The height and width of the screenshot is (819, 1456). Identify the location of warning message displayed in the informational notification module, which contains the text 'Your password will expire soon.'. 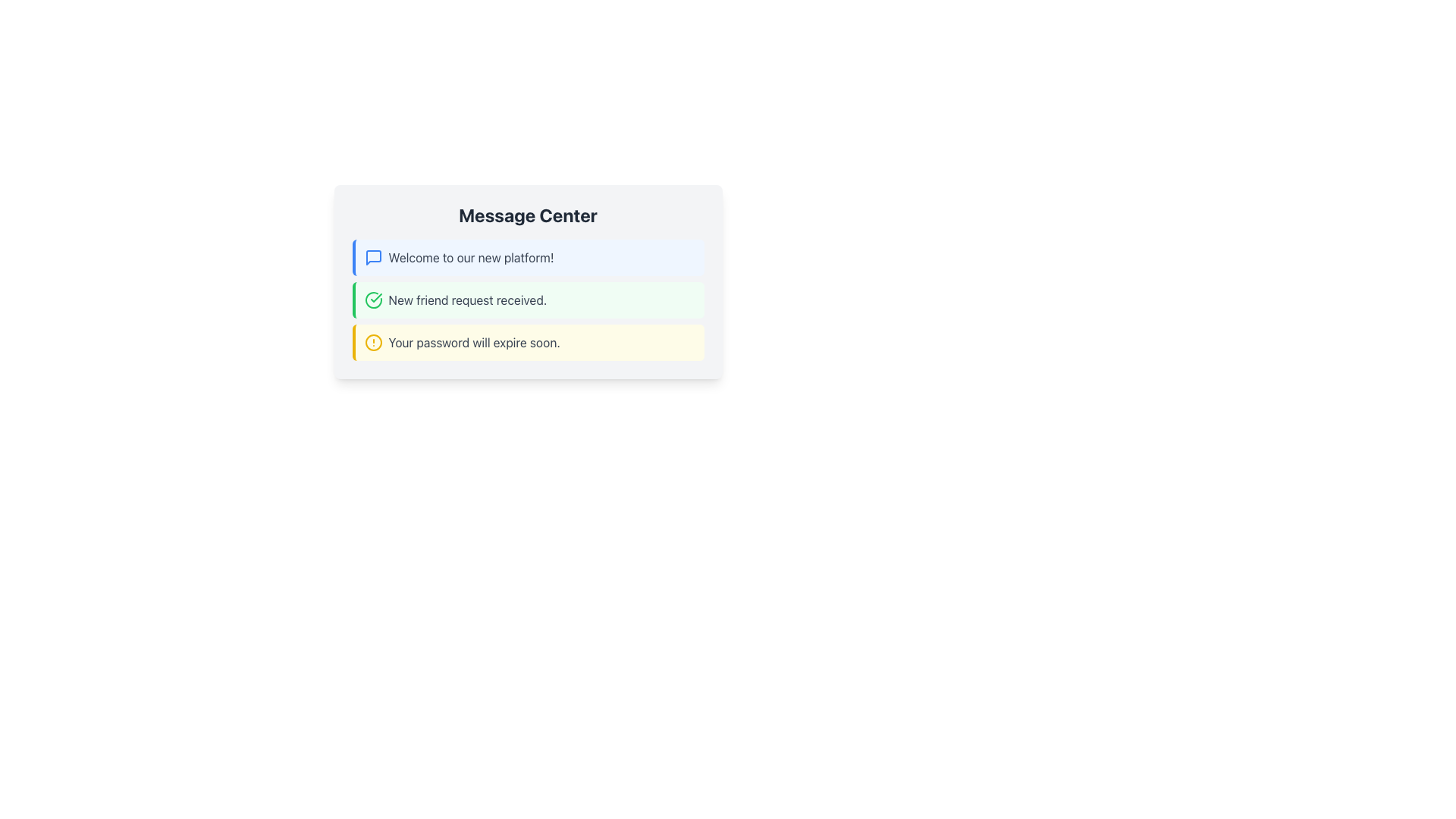
(528, 342).